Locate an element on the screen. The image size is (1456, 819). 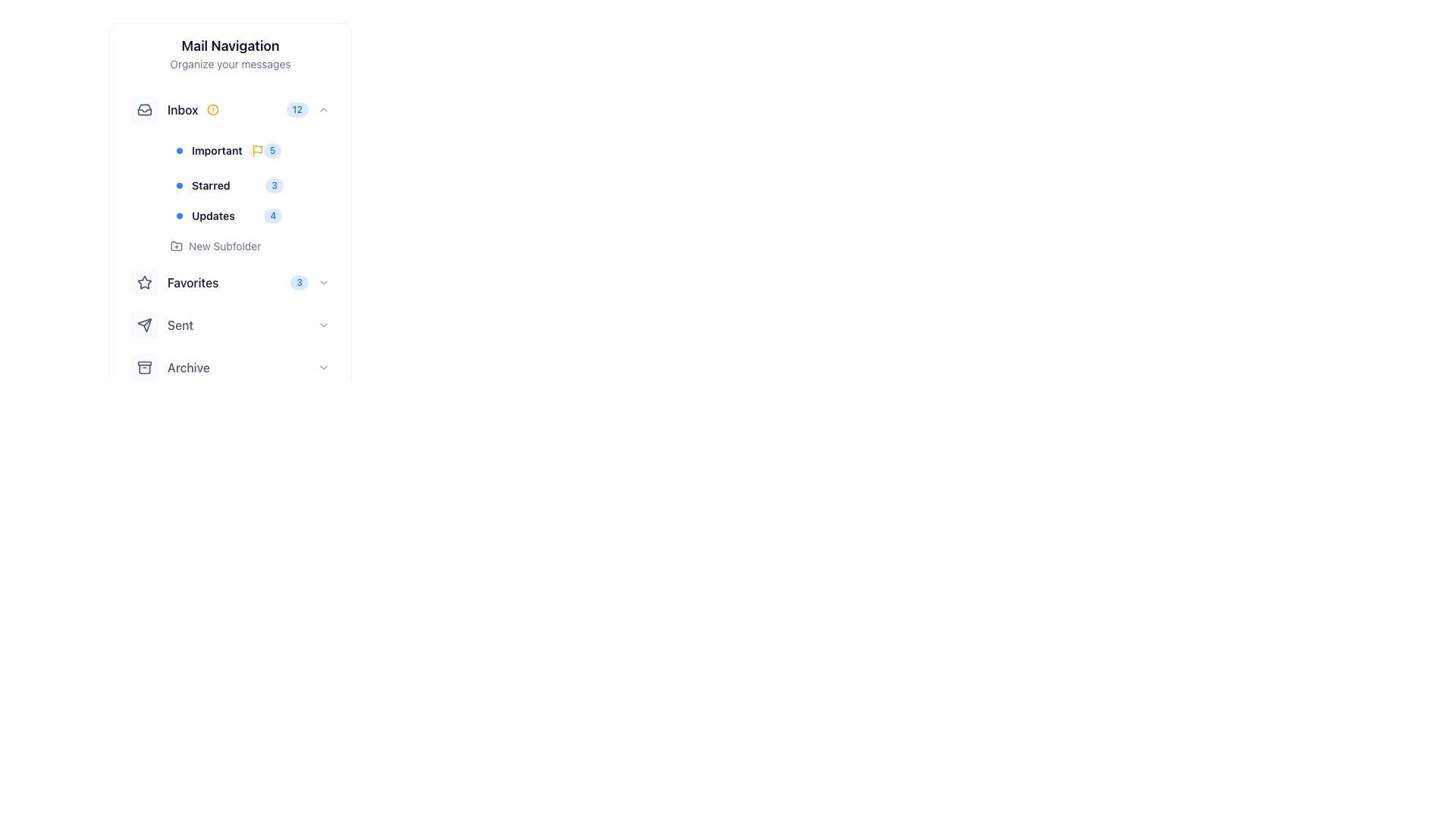
the 'Starred' navigation item, which is the second item in the navigation group is located at coordinates (248, 185).